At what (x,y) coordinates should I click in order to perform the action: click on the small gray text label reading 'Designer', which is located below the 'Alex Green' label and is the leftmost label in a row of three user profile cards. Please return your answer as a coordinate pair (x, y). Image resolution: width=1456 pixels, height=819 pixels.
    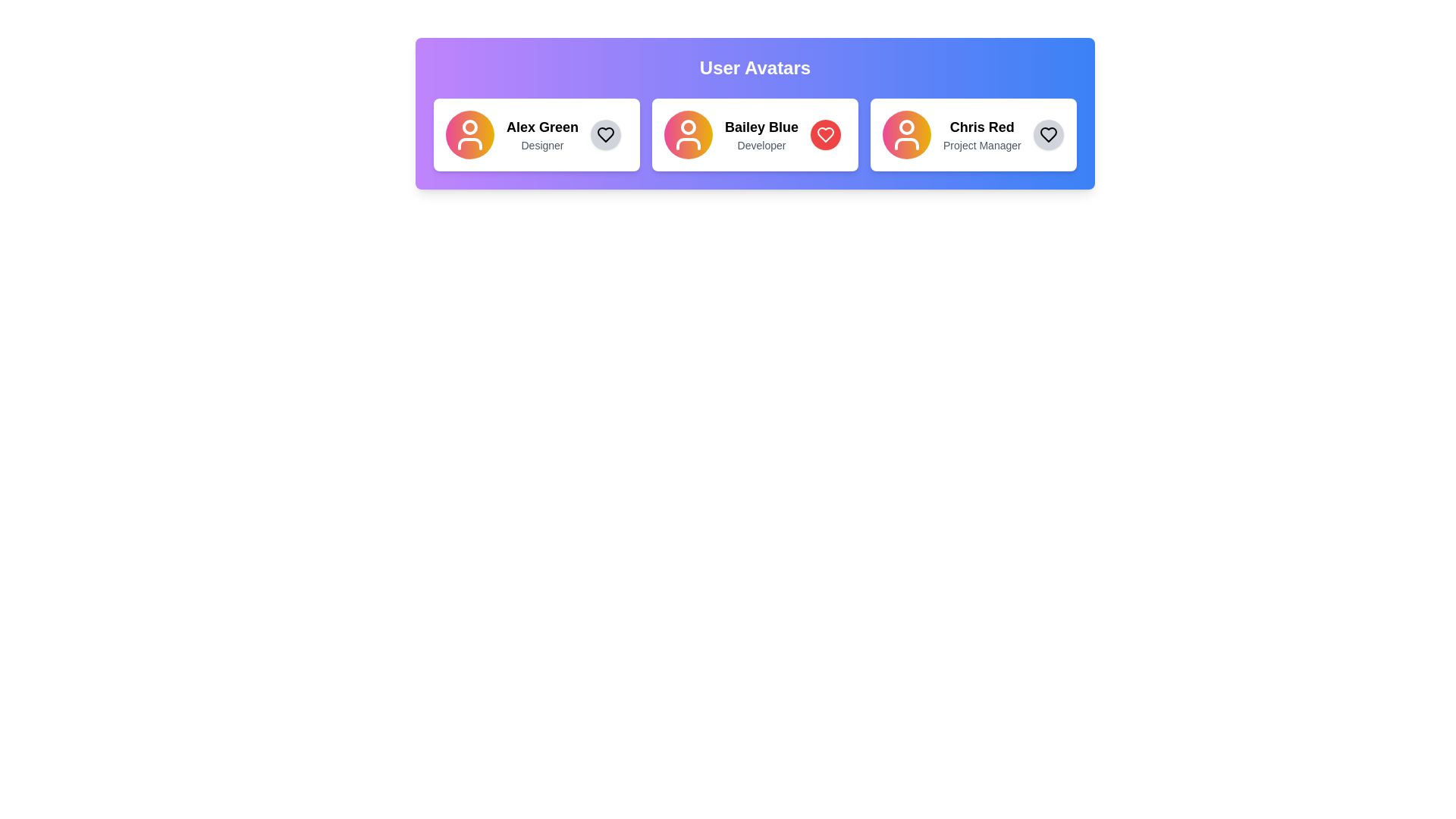
    Looking at the image, I should click on (542, 146).